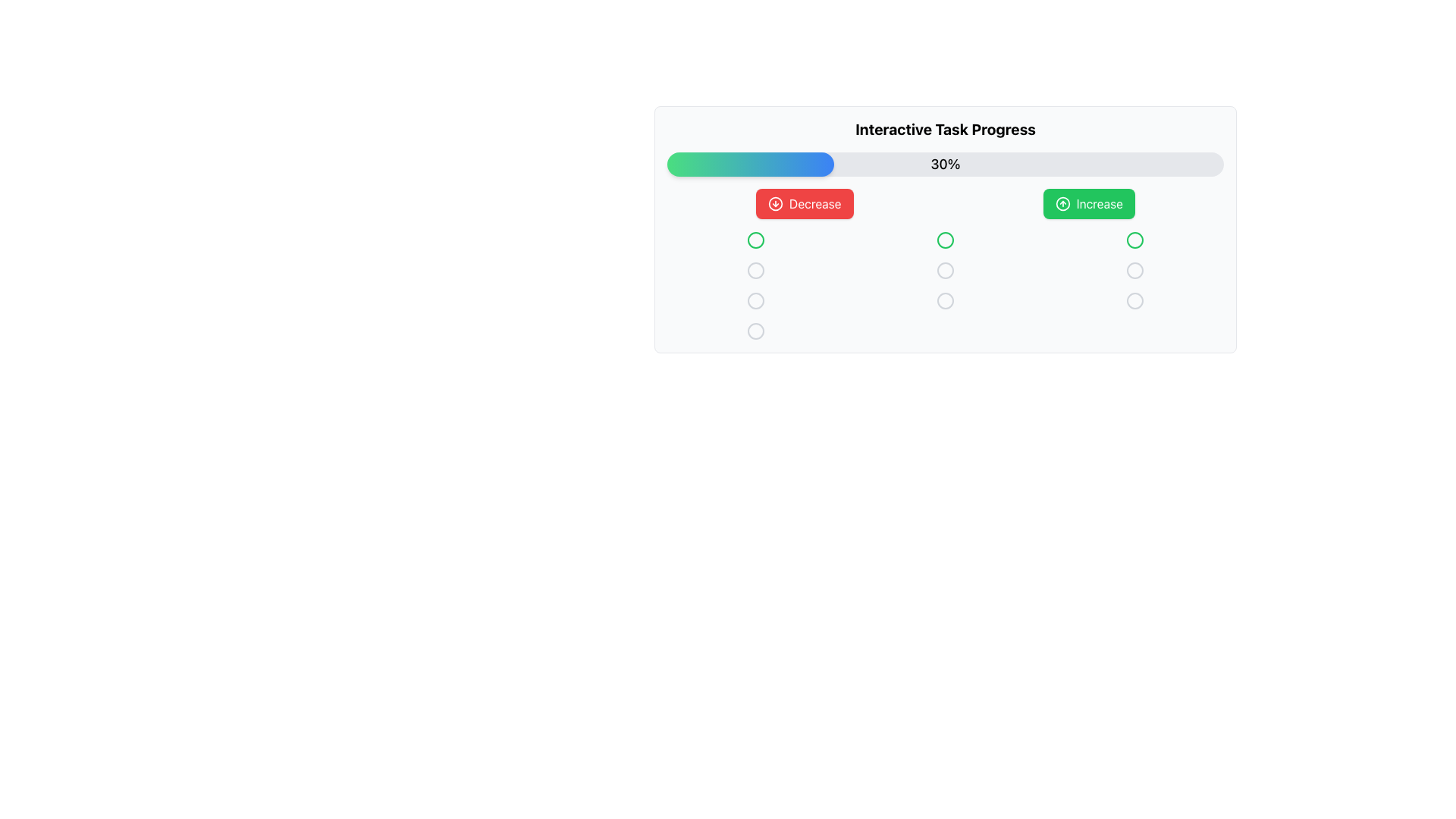 The height and width of the screenshot is (819, 1456). What do you see at coordinates (945, 301) in the screenshot?
I see `the checkbox or radio button located in the sixth row and third column of the task grid` at bounding box center [945, 301].